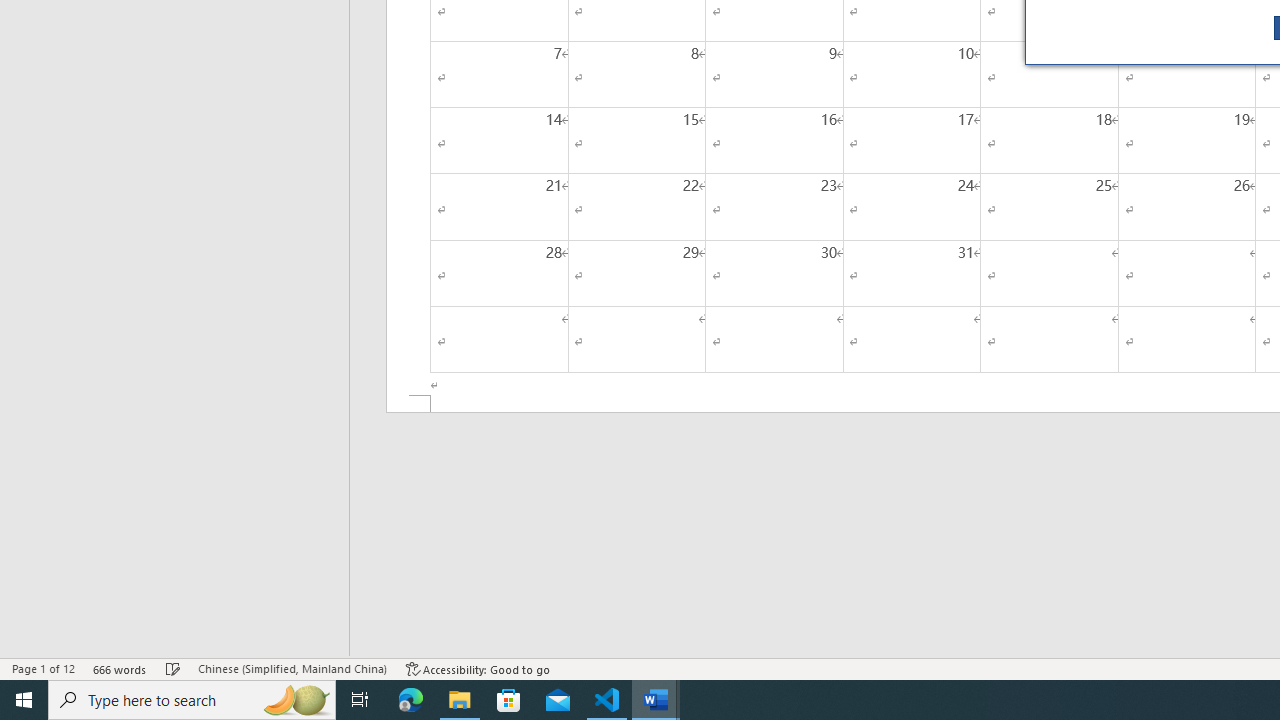  What do you see at coordinates (294, 698) in the screenshot?
I see `'Search highlights icon opens search home window'` at bounding box center [294, 698].